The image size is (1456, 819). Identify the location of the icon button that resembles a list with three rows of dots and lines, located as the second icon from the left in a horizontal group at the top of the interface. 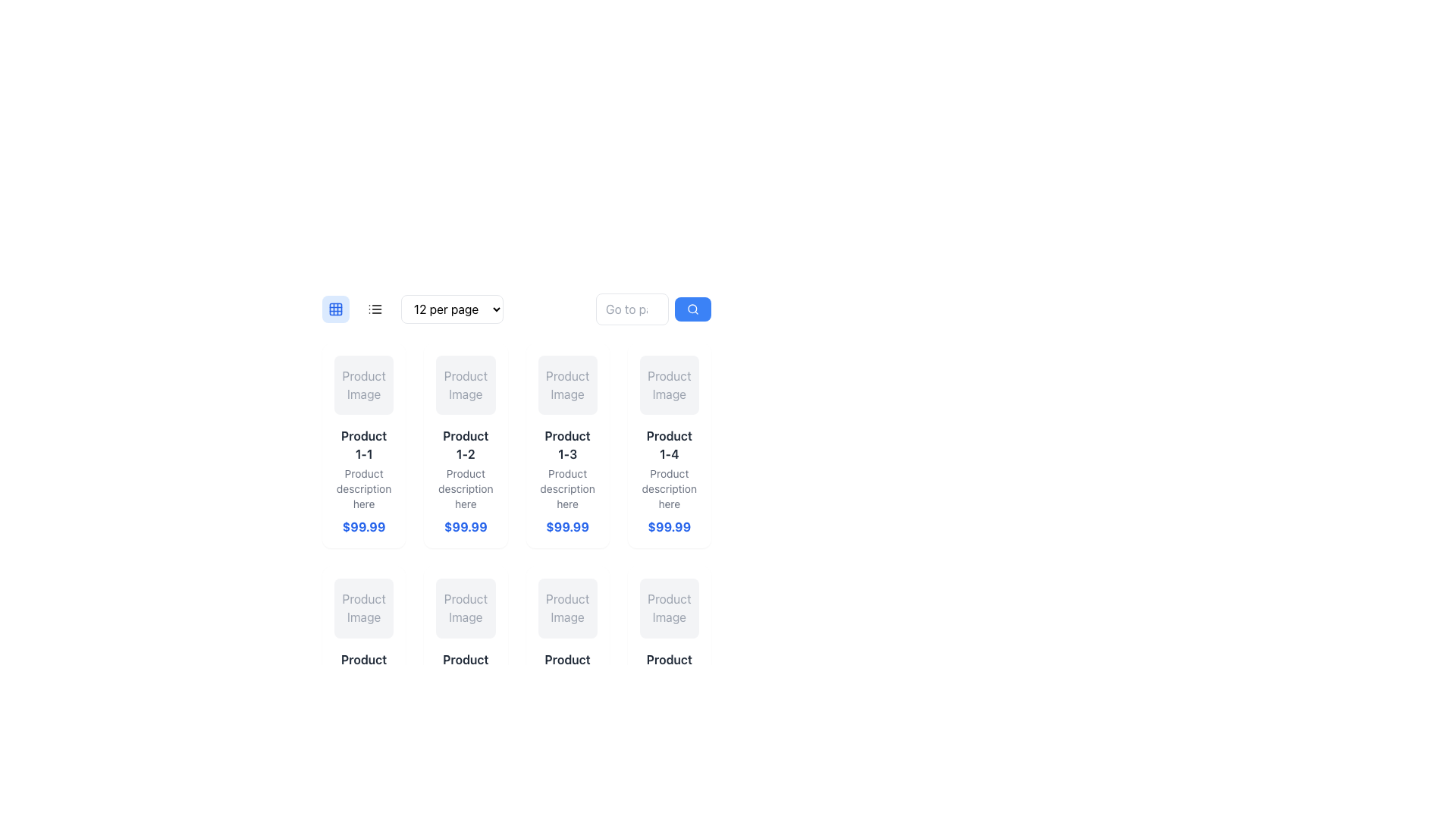
(375, 309).